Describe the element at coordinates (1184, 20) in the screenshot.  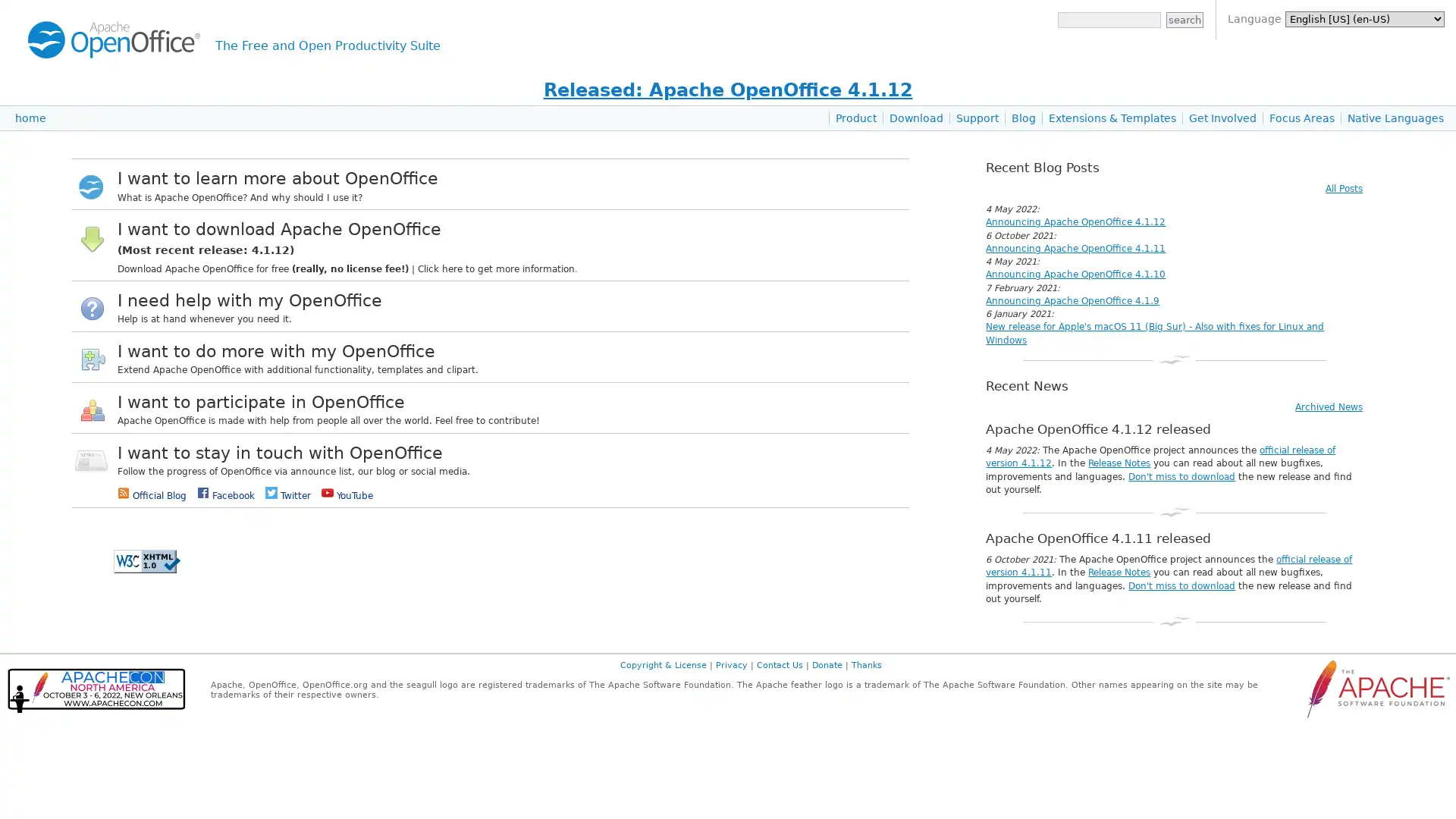
I see `search` at that location.